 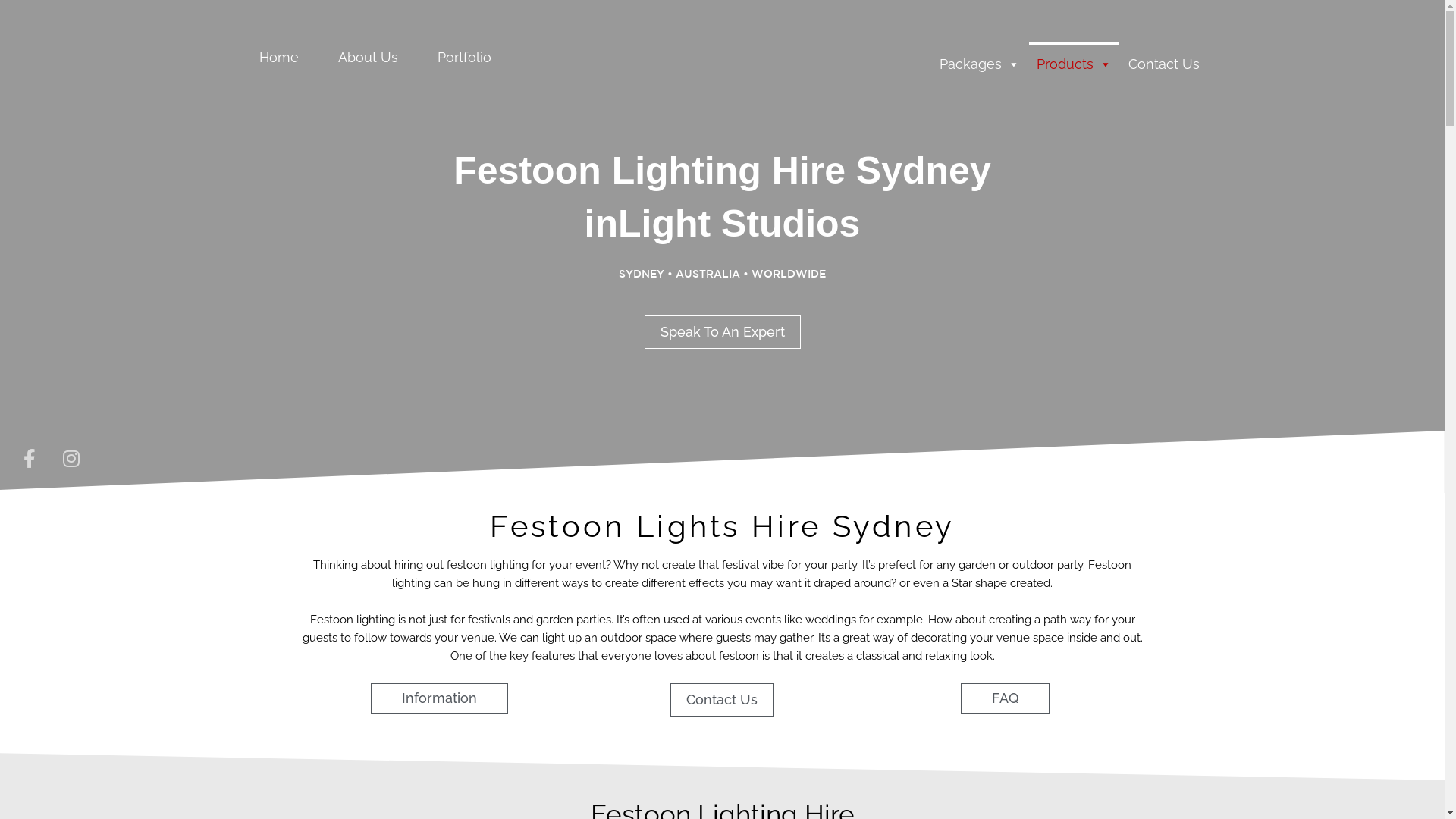 What do you see at coordinates (1006, 355) in the screenshot?
I see `'Search'` at bounding box center [1006, 355].